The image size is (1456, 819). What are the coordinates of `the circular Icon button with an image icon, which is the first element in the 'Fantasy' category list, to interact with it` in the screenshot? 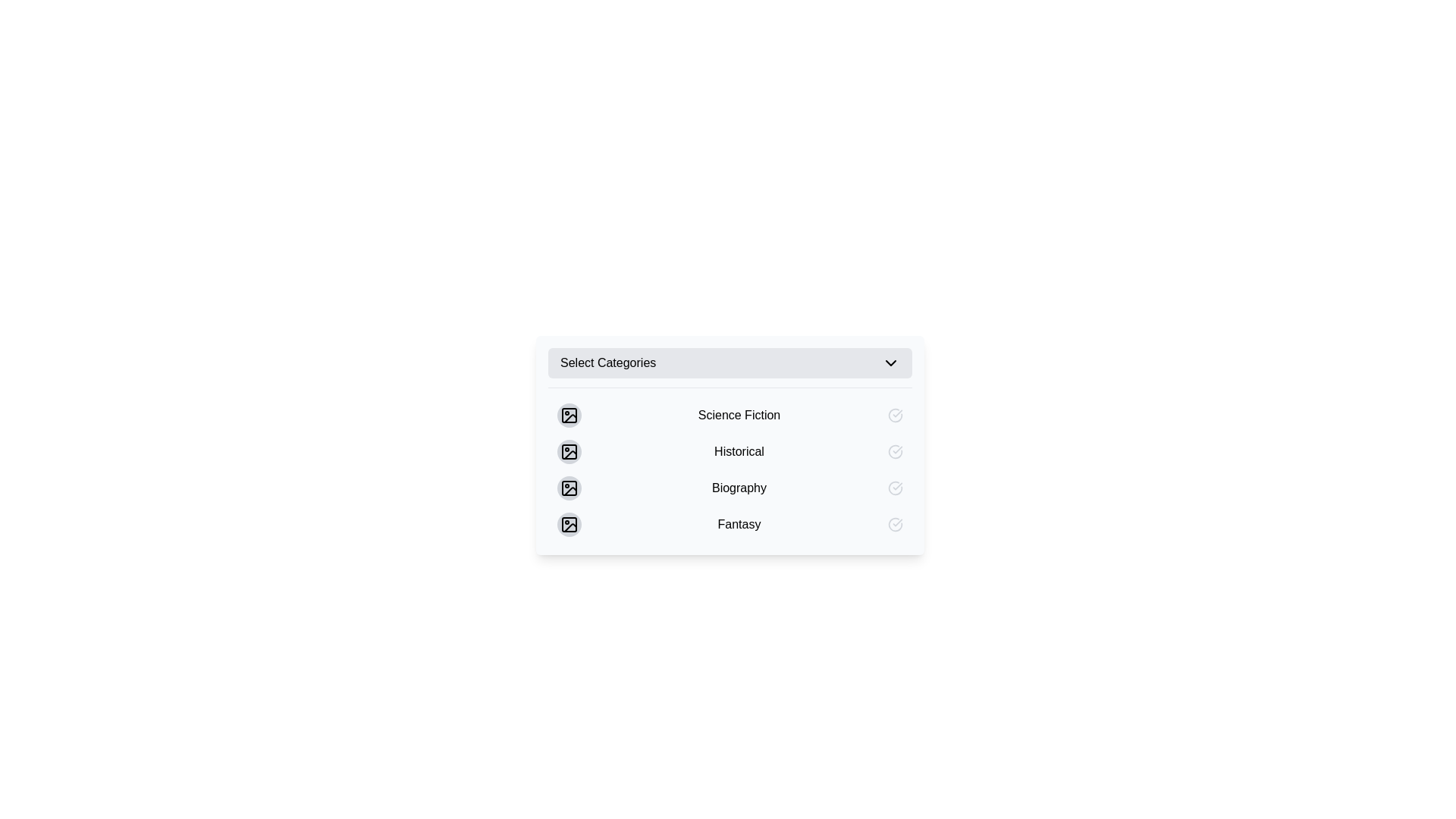 It's located at (568, 523).